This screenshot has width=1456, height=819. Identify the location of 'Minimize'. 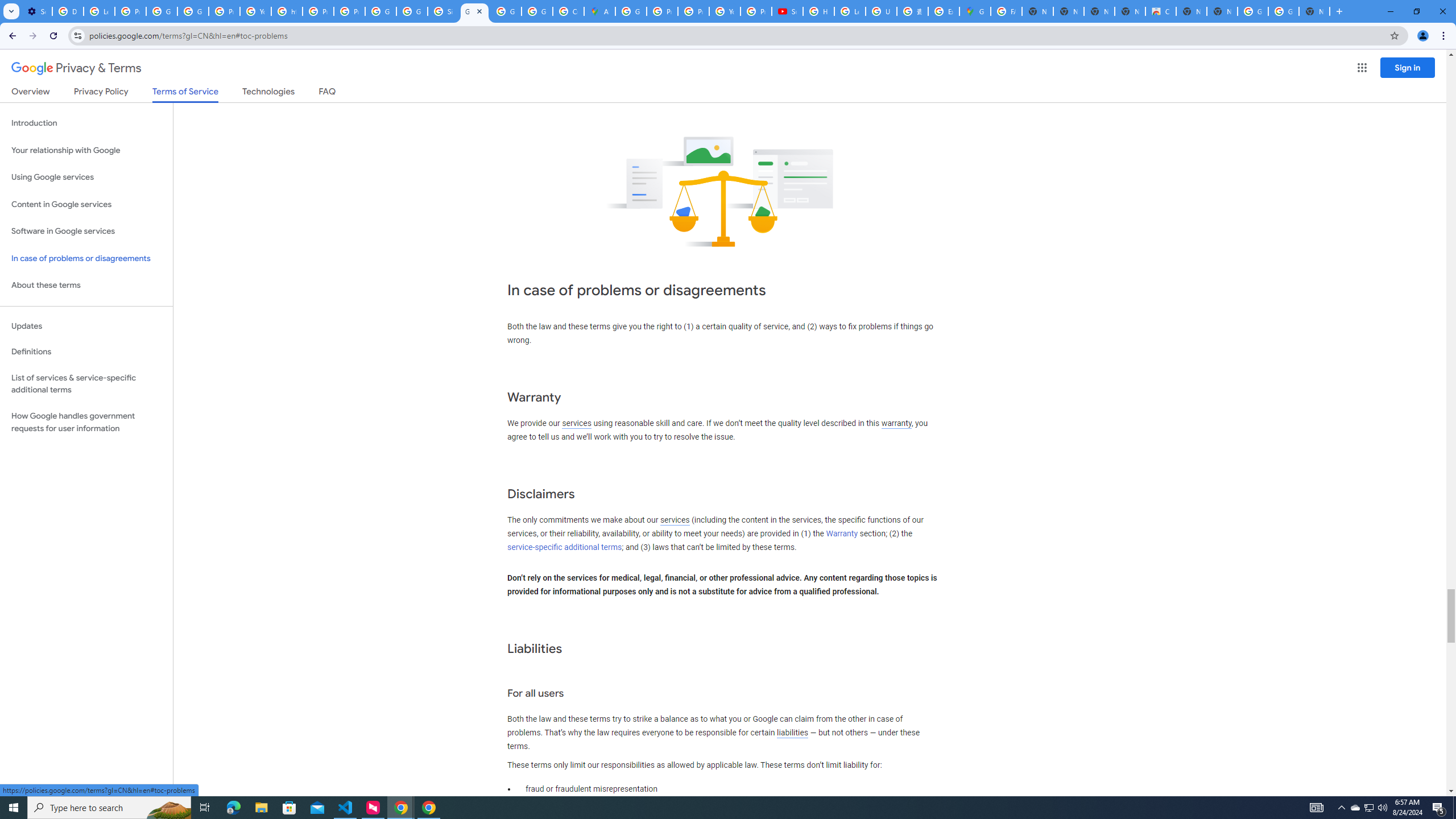
(1389, 11).